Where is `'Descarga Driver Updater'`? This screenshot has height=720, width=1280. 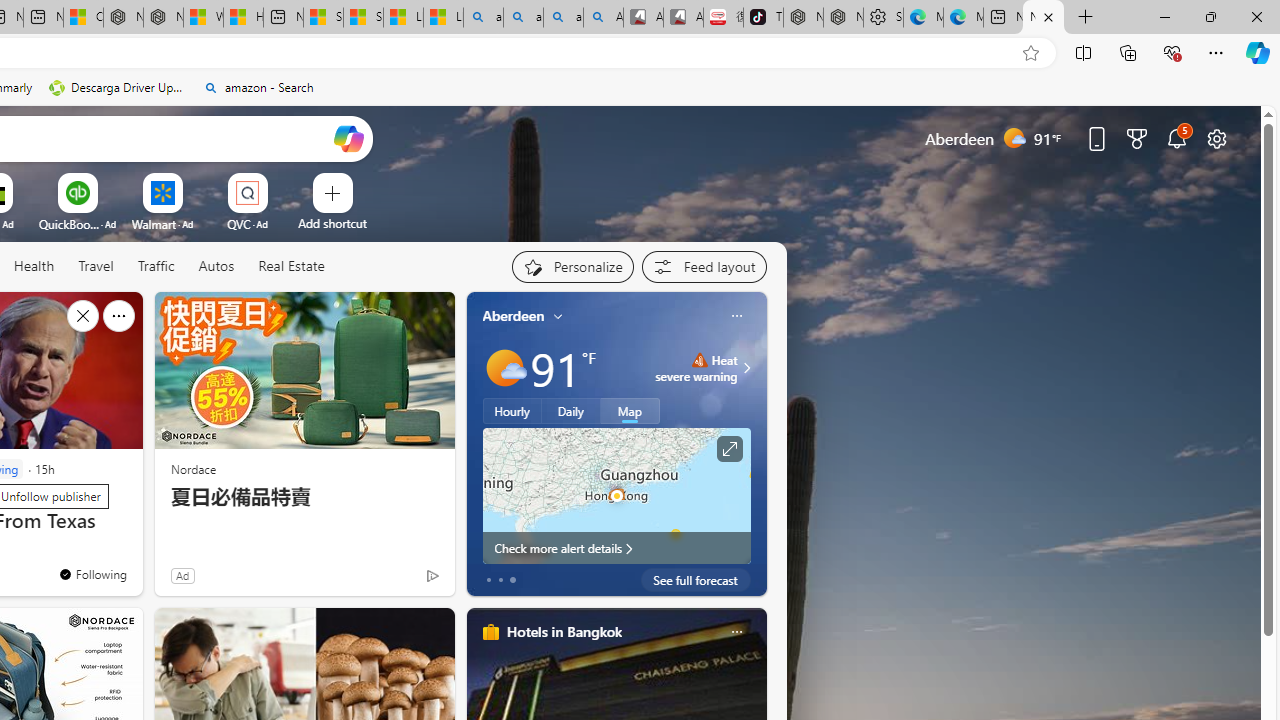
'Descarga Driver Updater' is located at coordinates (117, 87).